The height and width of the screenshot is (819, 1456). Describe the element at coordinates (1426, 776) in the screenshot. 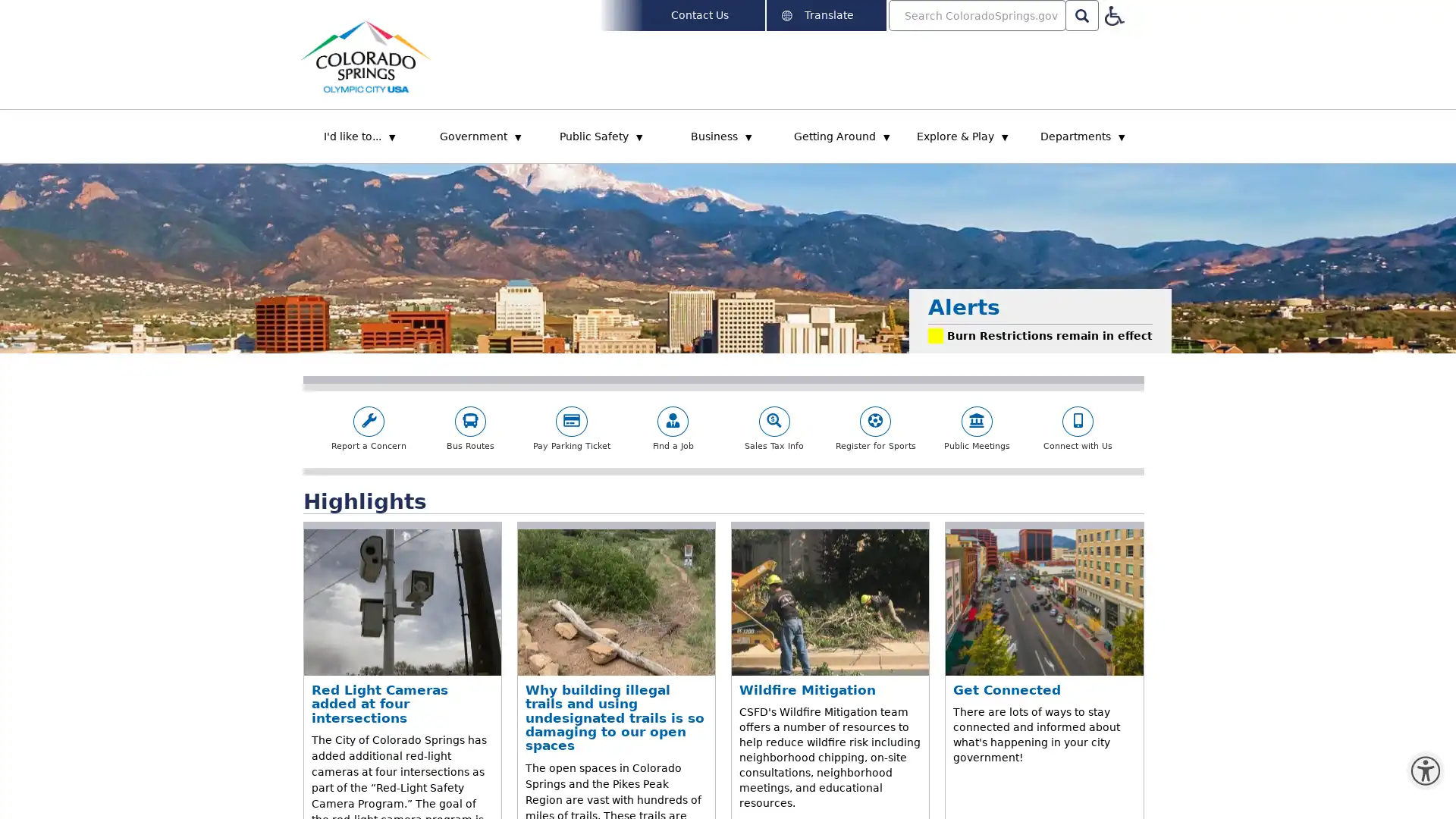

I see `Open the Monsido PageAssist` at that location.